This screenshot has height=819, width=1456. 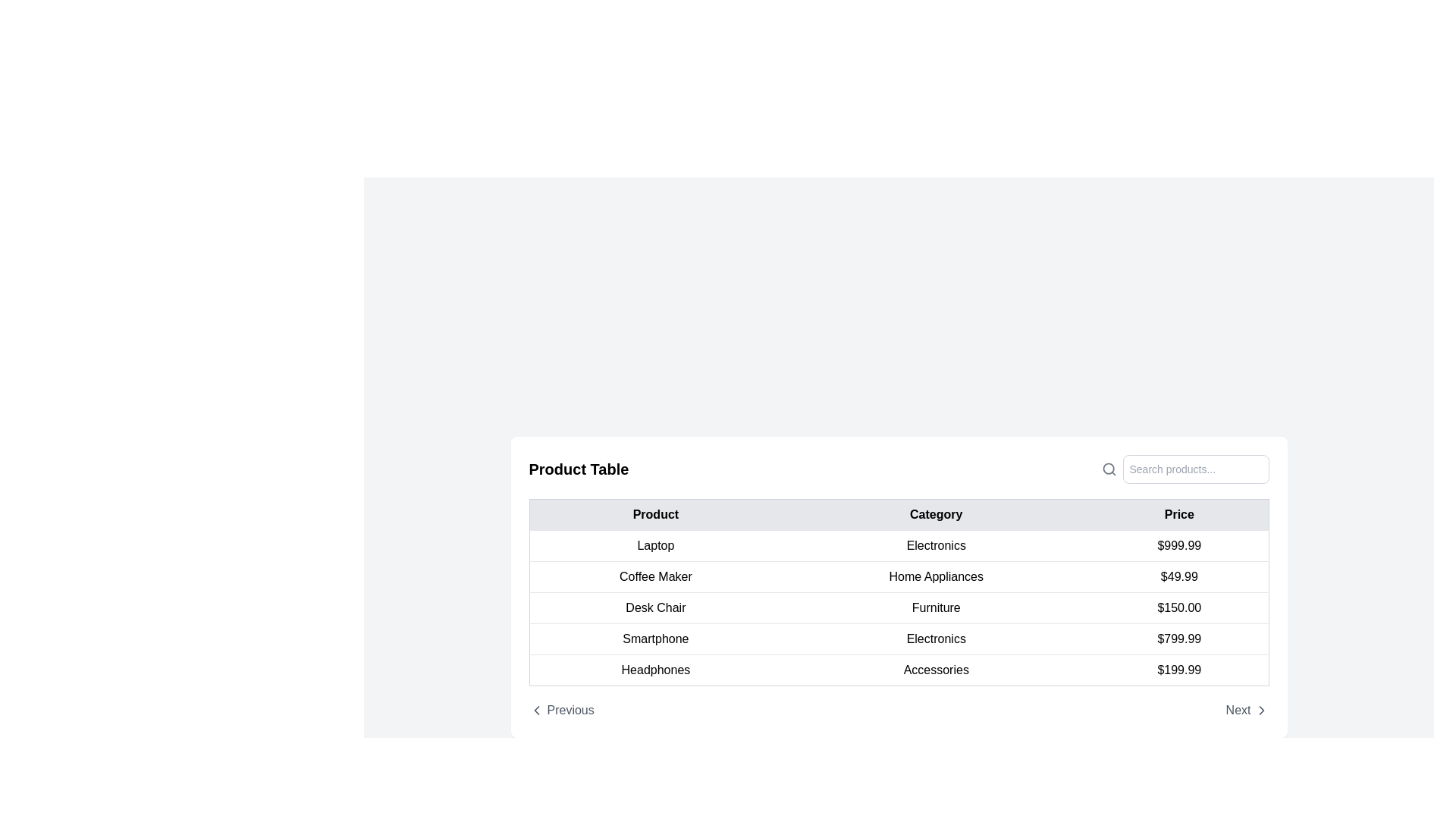 I want to click on the Text label displaying the price of the product 'Desk Chair' in the third row of the table under the 'Price' column, so click(x=1178, y=607).